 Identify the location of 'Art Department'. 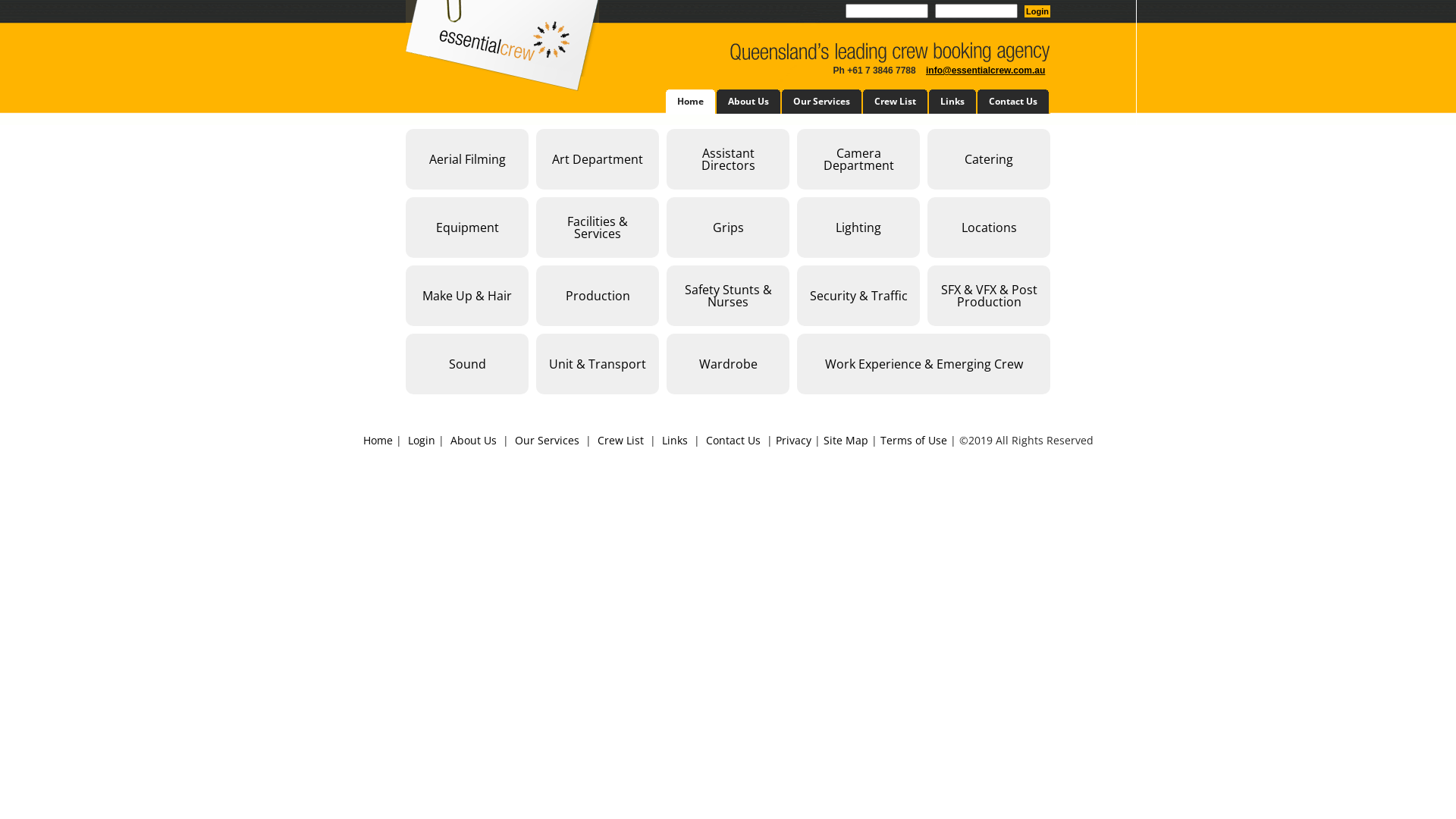
(596, 158).